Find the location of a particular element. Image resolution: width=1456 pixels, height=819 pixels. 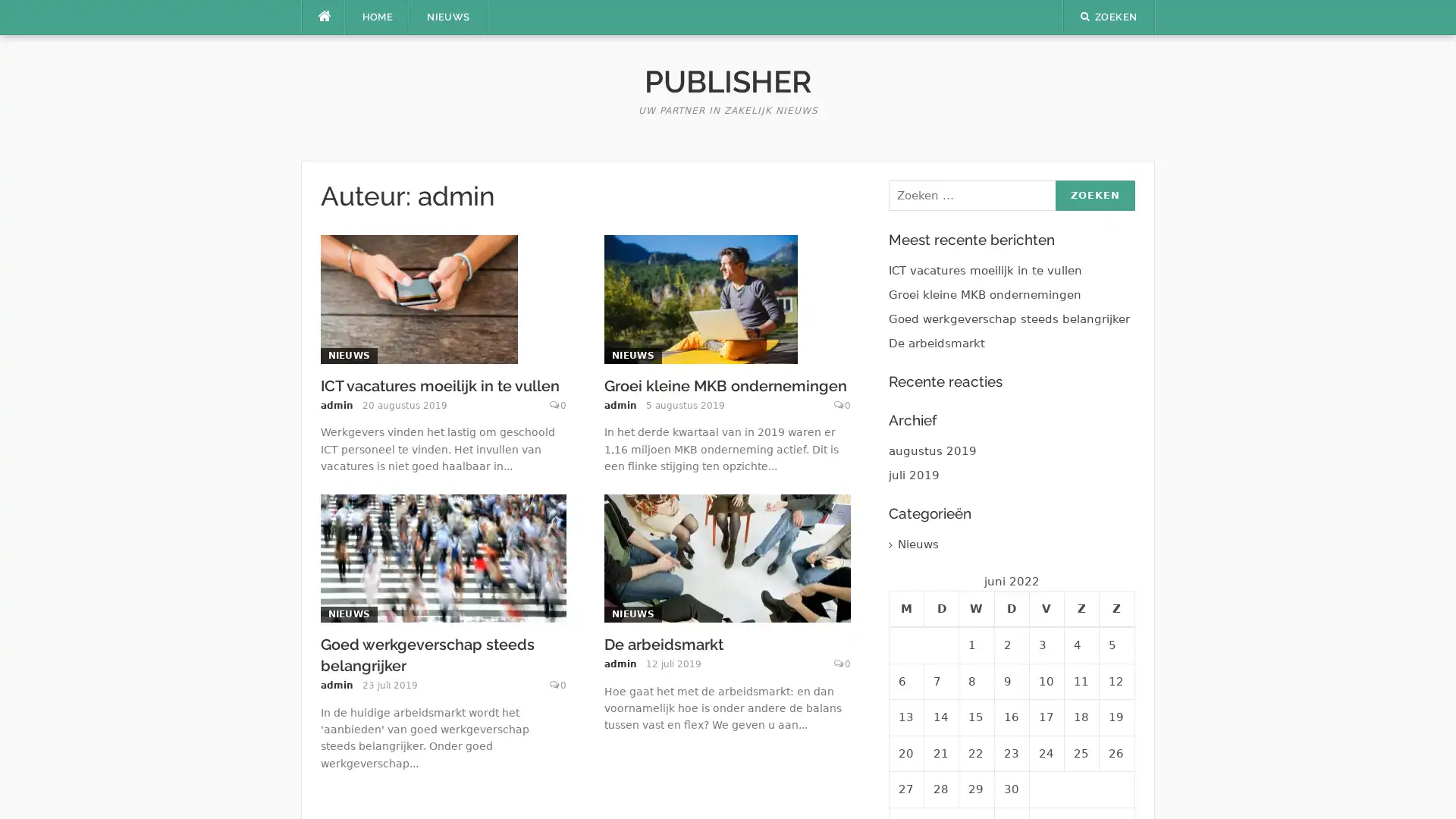

Zoeken is located at coordinates (1094, 195).